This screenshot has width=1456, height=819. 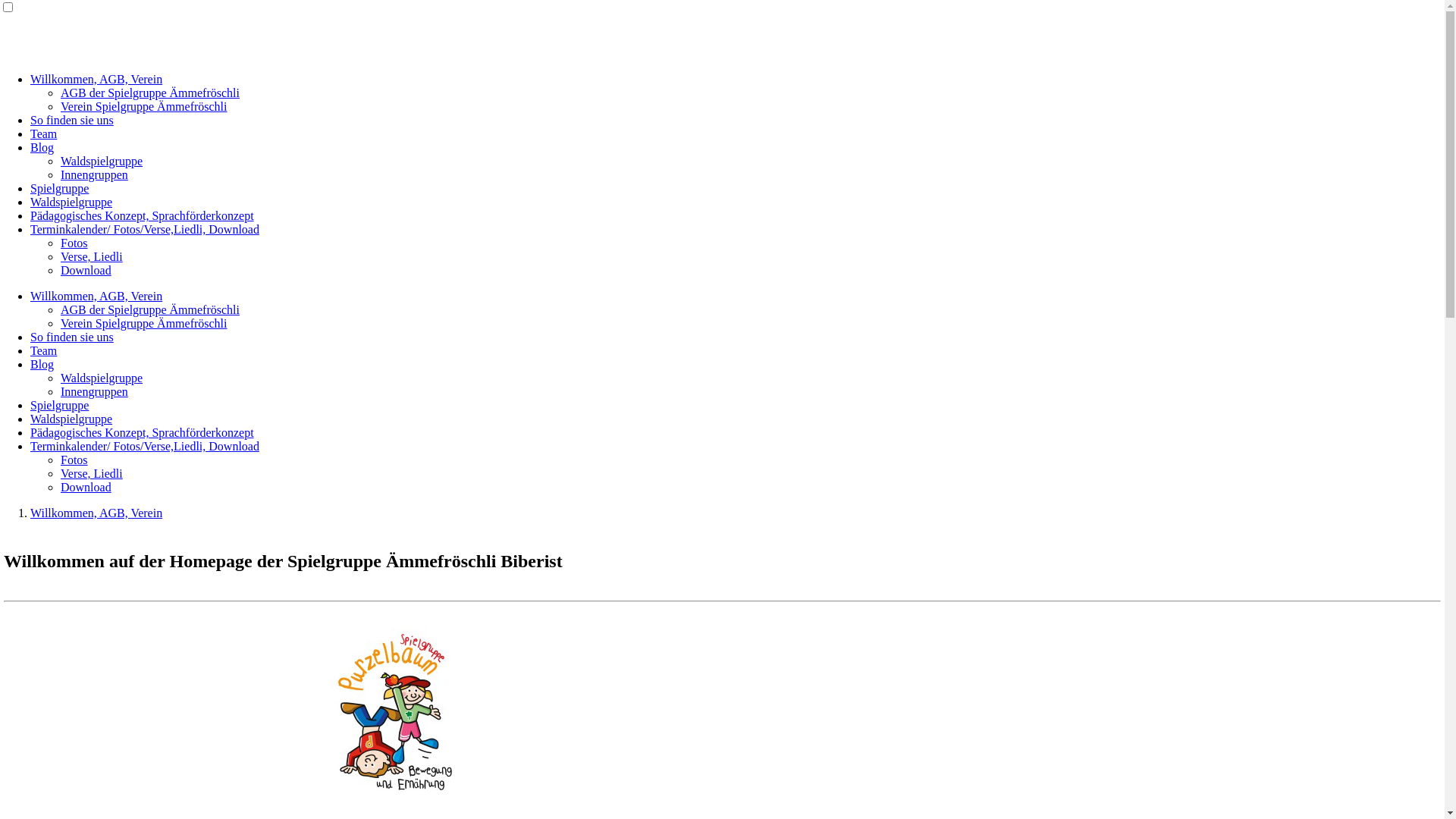 What do you see at coordinates (85, 269) in the screenshot?
I see `'Download'` at bounding box center [85, 269].